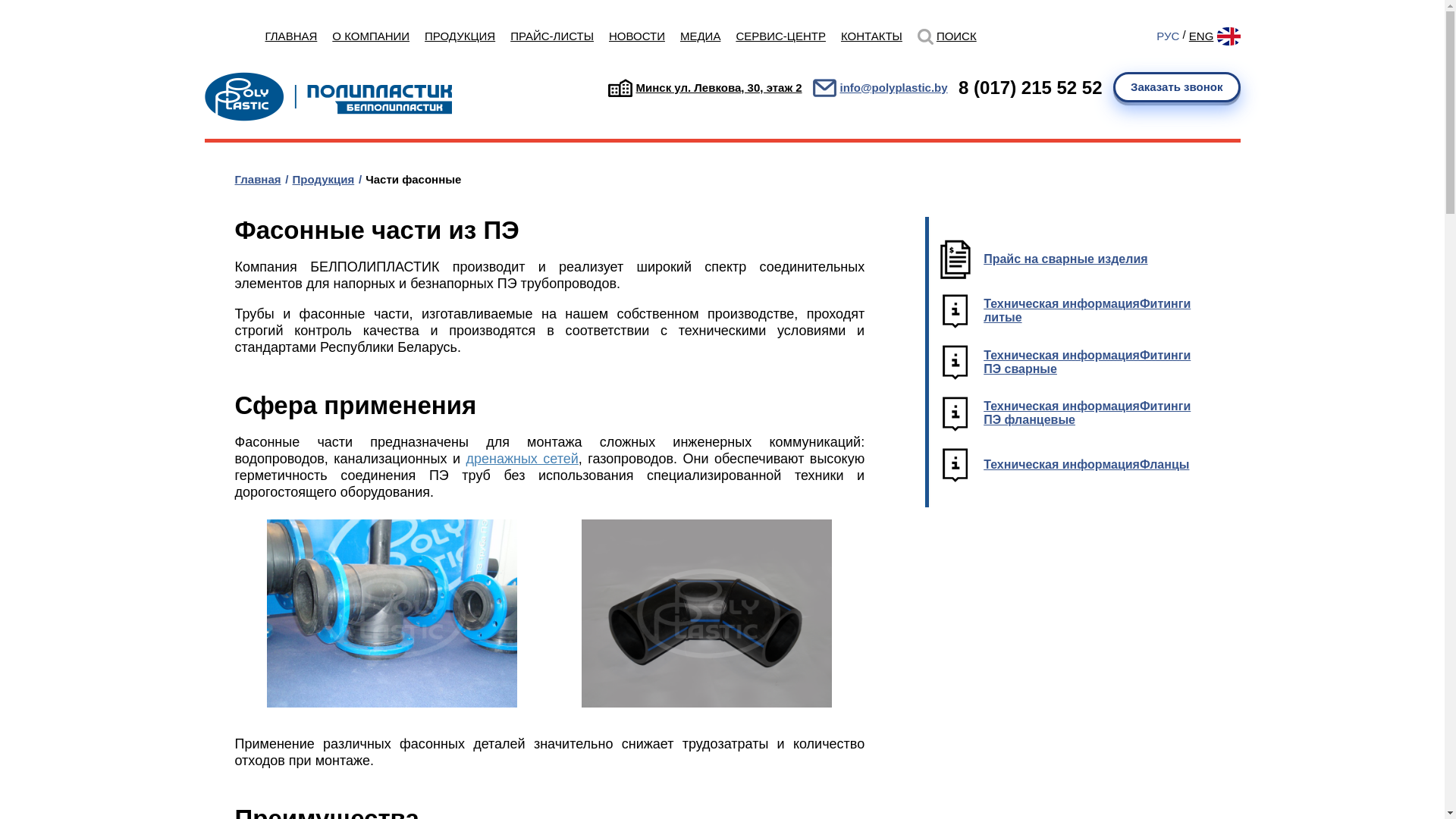 The height and width of the screenshot is (819, 1456). What do you see at coordinates (893, 87) in the screenshot?
I see `'info@polyplastic.by'` at bounding box center [893, 87].